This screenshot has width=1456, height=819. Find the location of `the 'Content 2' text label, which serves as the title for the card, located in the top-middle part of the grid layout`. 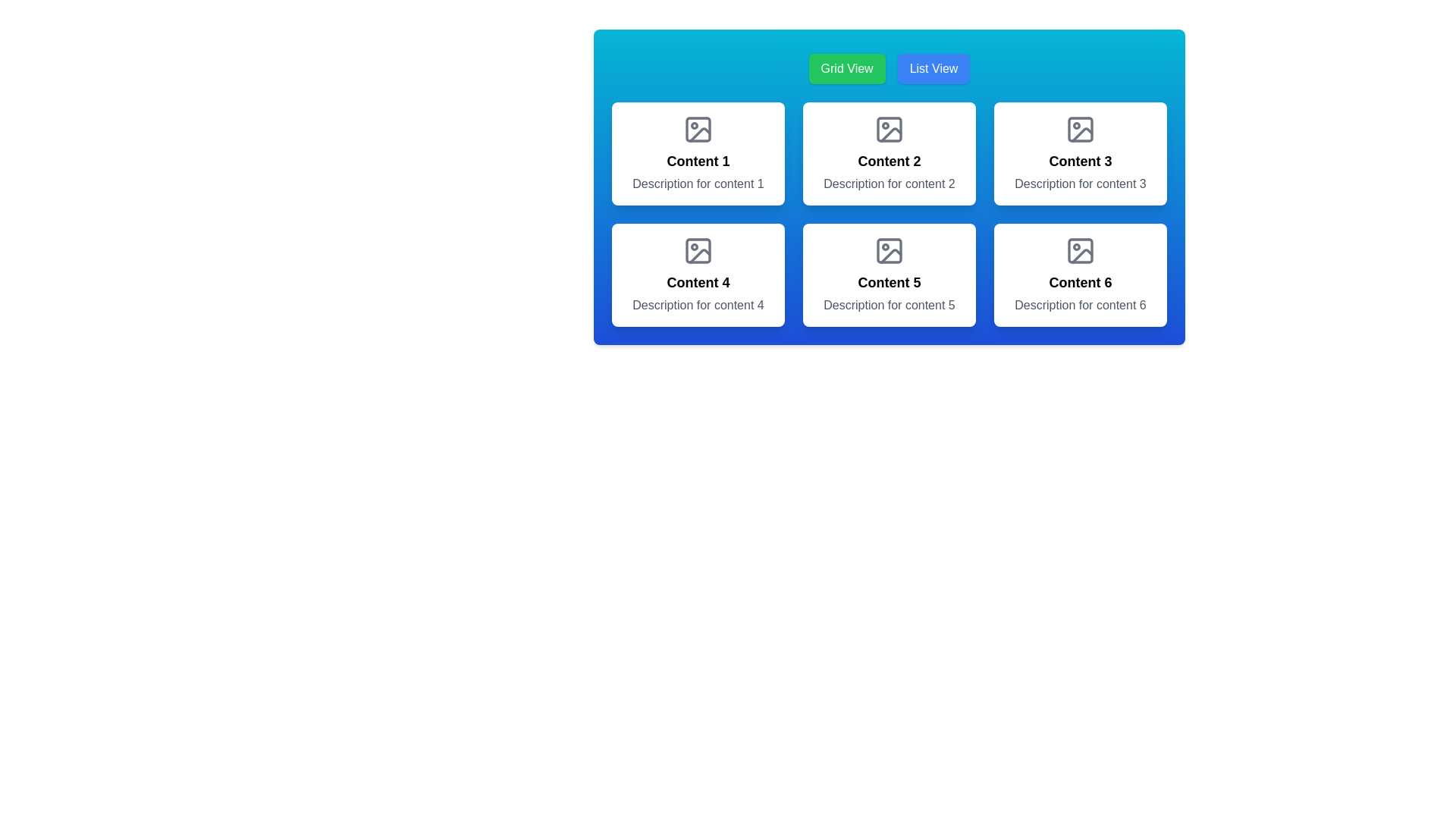

the 'Content 2' text label, which serves as the title for the card, located in the top-middle part of the grid layout is located at coordinates (889, 161).